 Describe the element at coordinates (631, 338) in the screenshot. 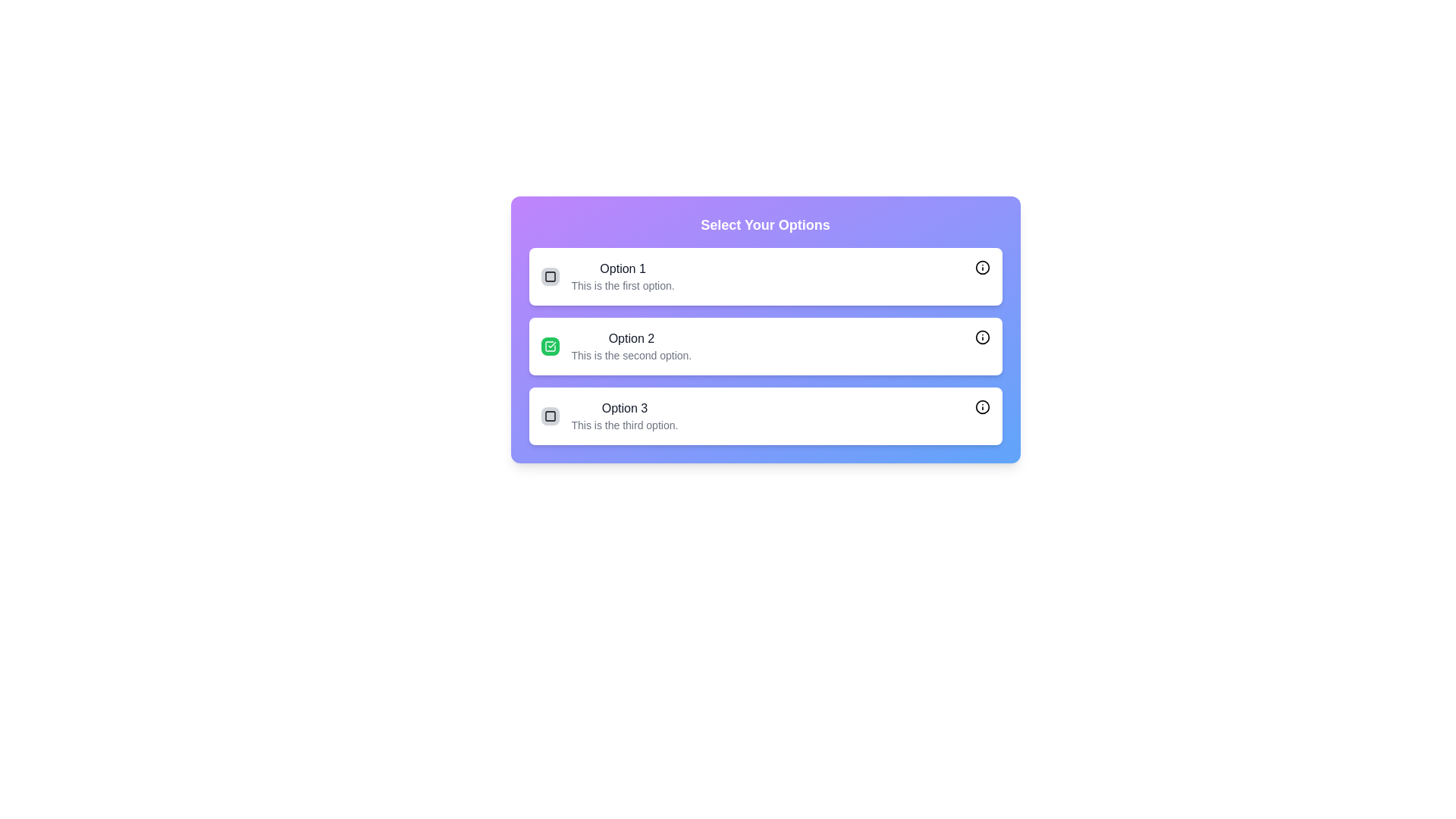

I see `the text label that identifies the second selectable option in the group of options` at that location.